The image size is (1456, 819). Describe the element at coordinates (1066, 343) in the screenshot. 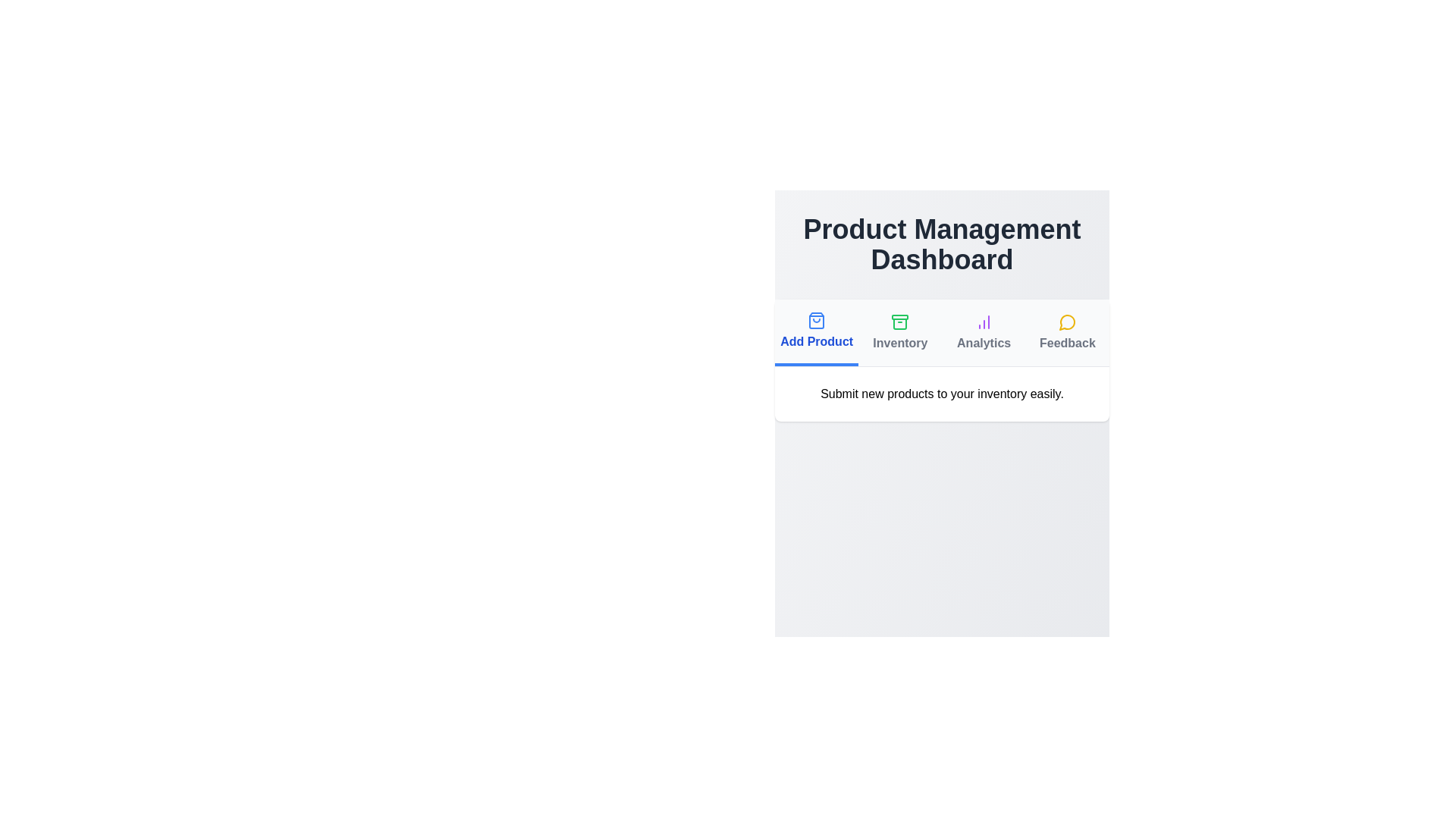

I see `the 'Feedback' text label, which is styled in a standard sans-serif font and positioned under a yellow circular icon resembling a comment or speech bubble` at that location.